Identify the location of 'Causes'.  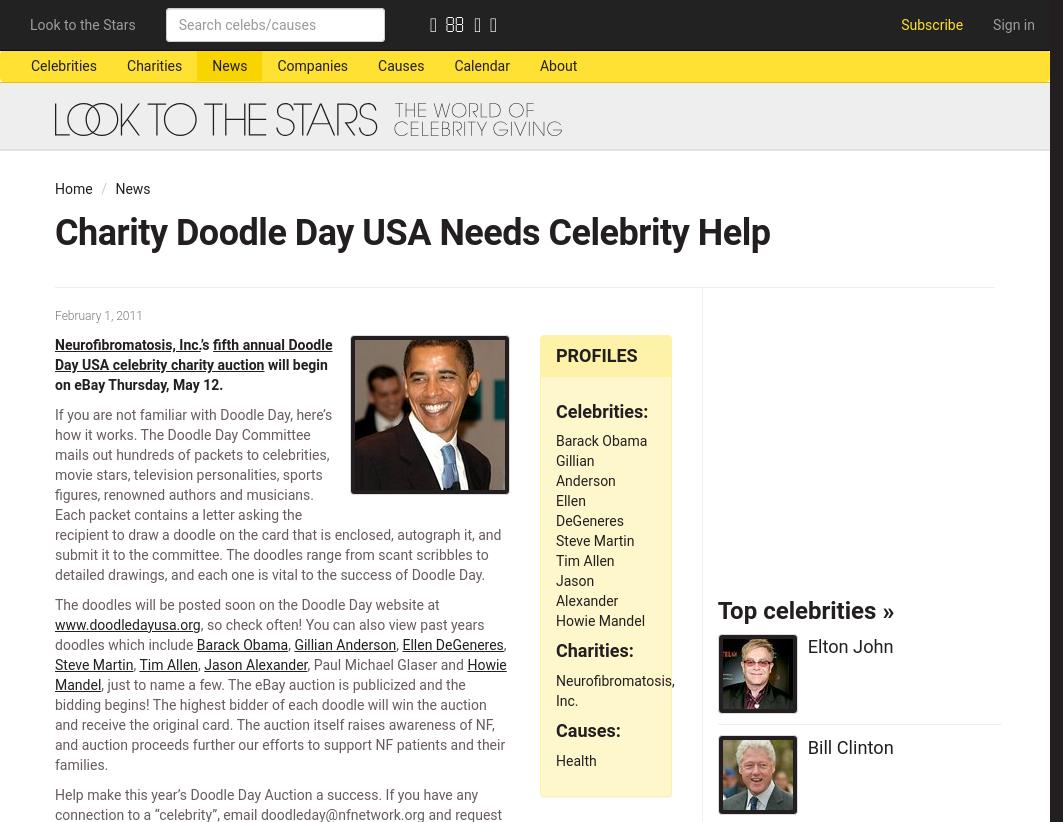
(400, 66).